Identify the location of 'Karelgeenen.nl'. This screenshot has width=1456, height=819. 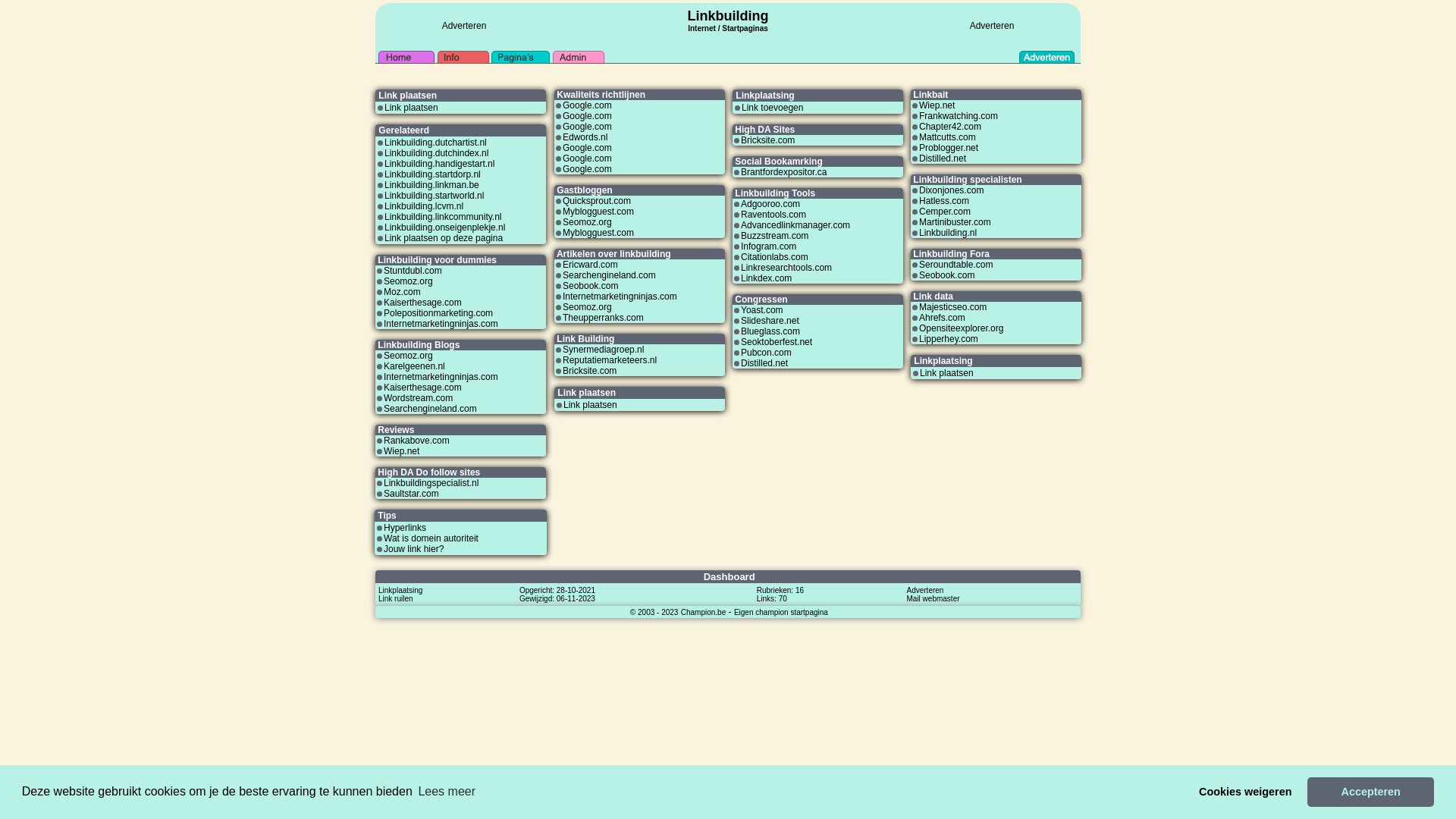
(414, 366).